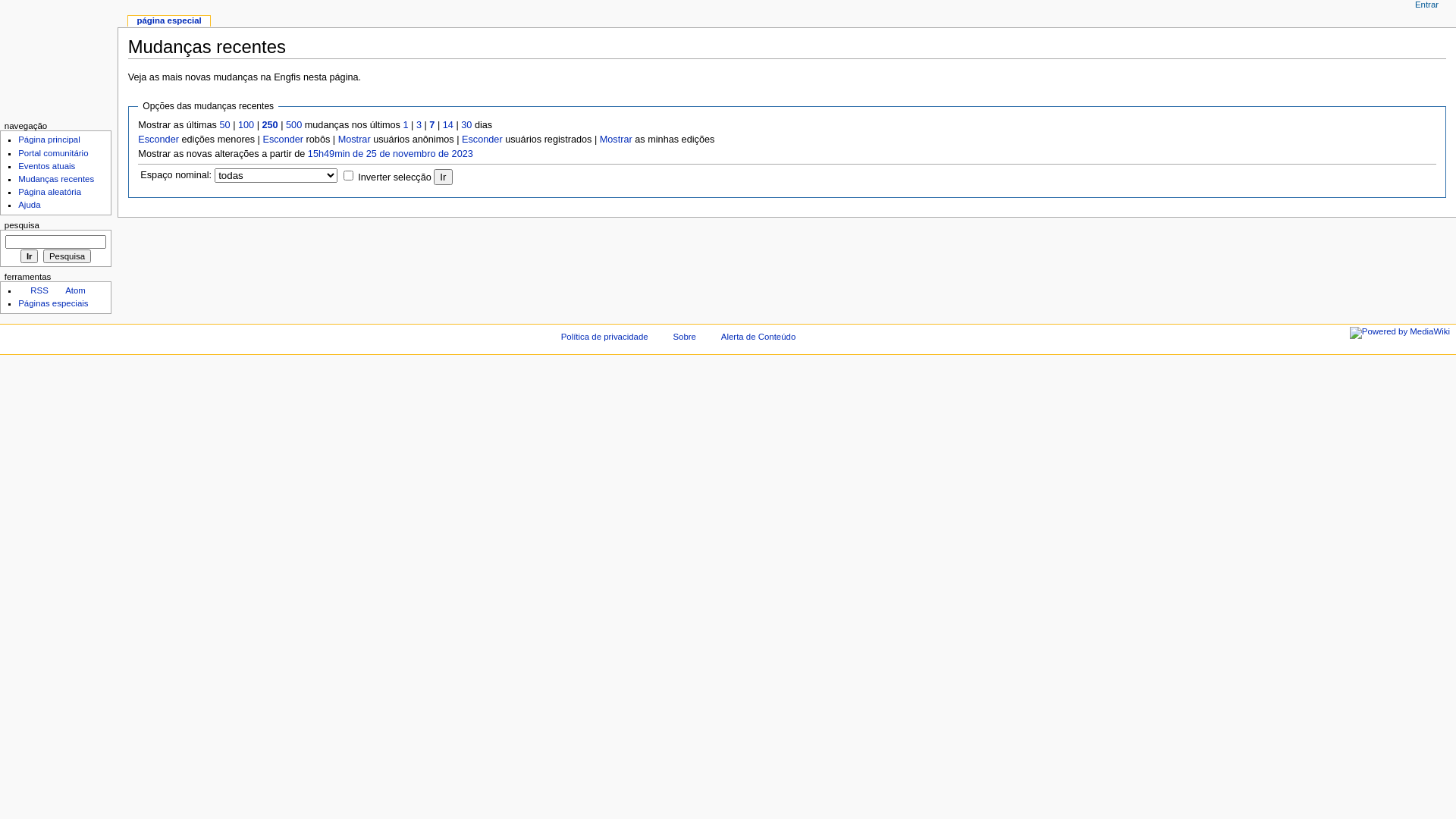 This screenshot has height=819, width=1456. I want to click on 'RSS', so click(33, 290).